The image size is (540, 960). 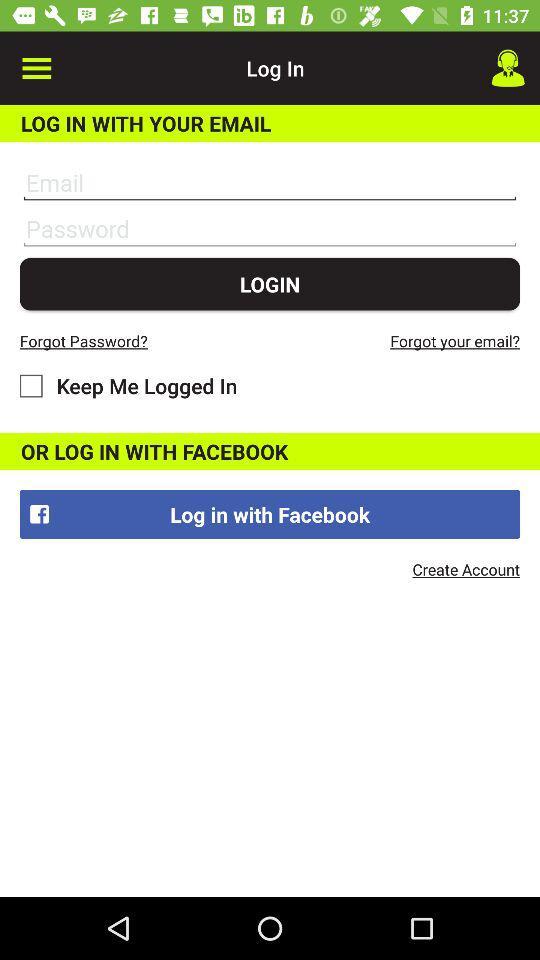 I want to click on item above log in with item, so click(x=36, y=68).